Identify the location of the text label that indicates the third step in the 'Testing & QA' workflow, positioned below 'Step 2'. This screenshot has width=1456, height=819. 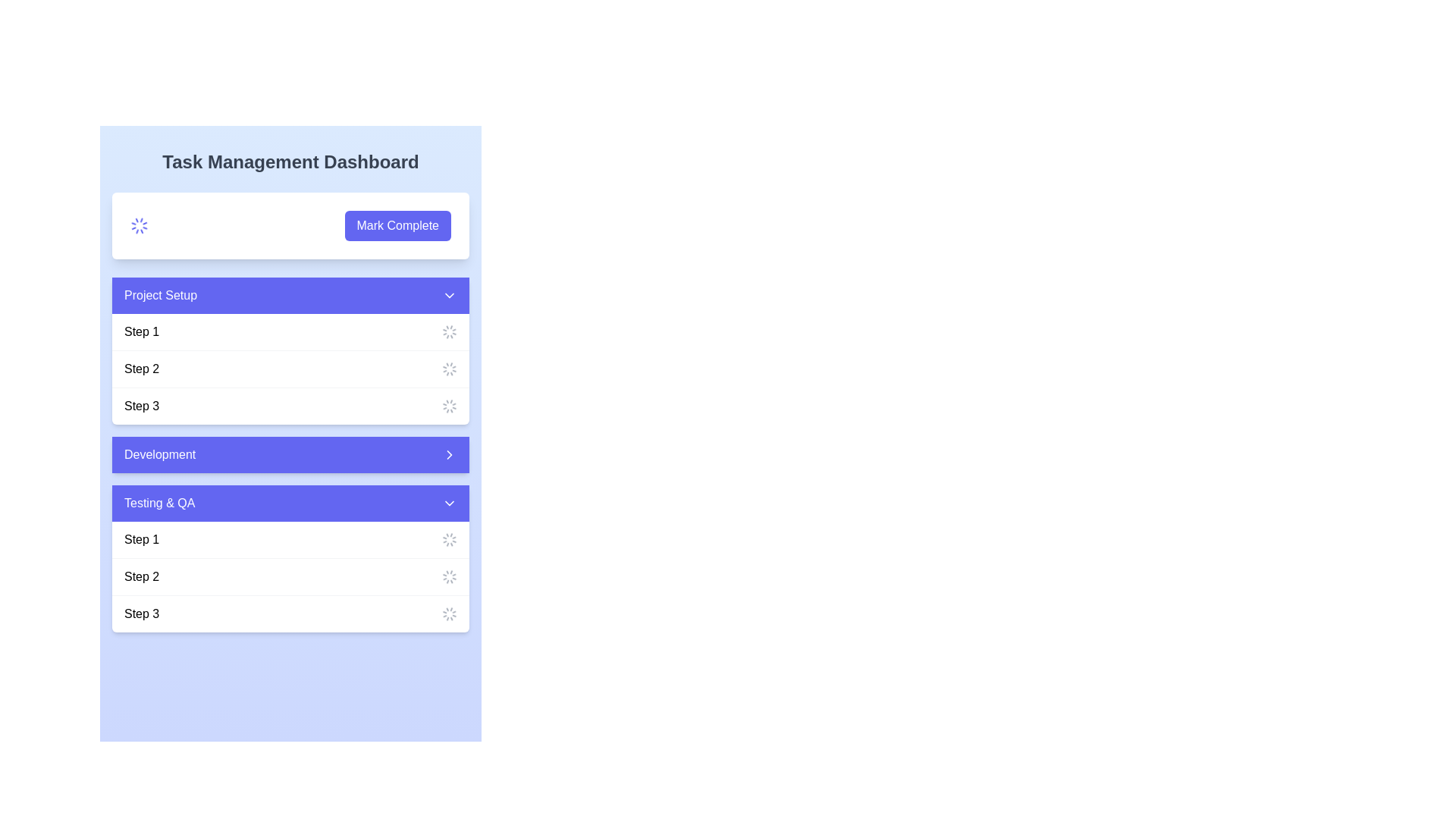
(142, 614).